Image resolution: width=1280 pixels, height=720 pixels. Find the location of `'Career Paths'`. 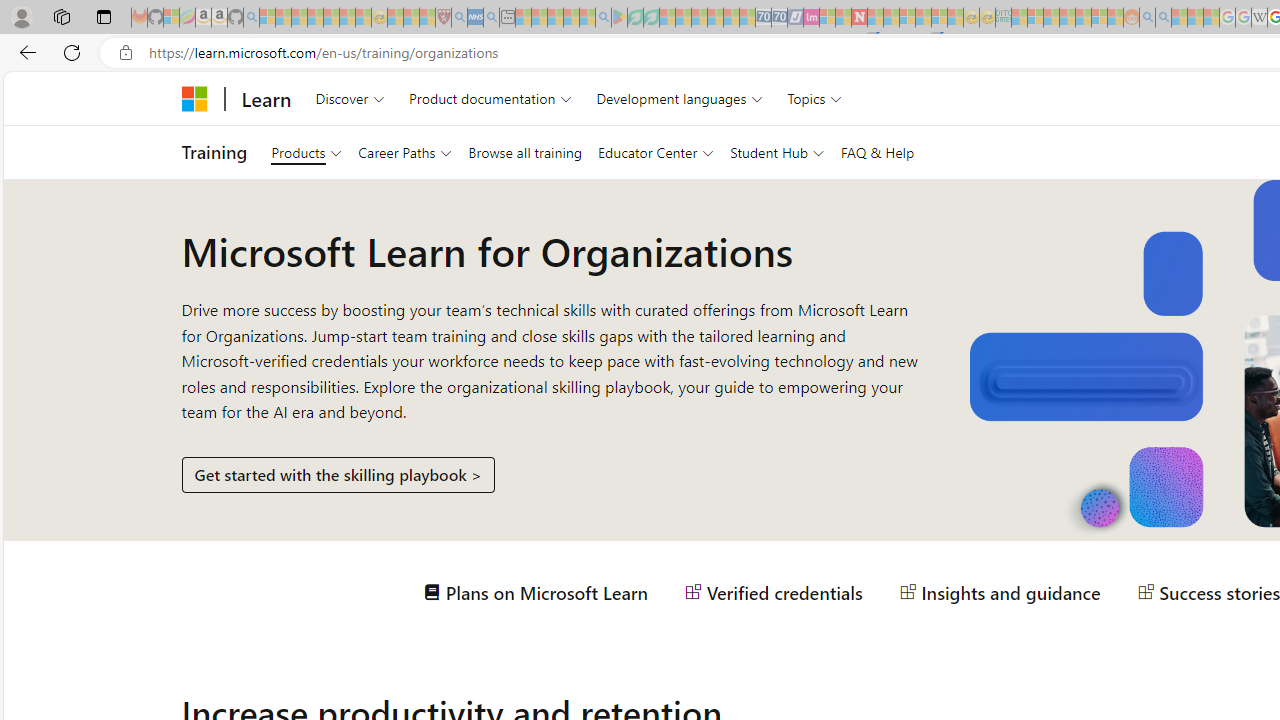

'Career Paths' is located at coordinates (404, 151).